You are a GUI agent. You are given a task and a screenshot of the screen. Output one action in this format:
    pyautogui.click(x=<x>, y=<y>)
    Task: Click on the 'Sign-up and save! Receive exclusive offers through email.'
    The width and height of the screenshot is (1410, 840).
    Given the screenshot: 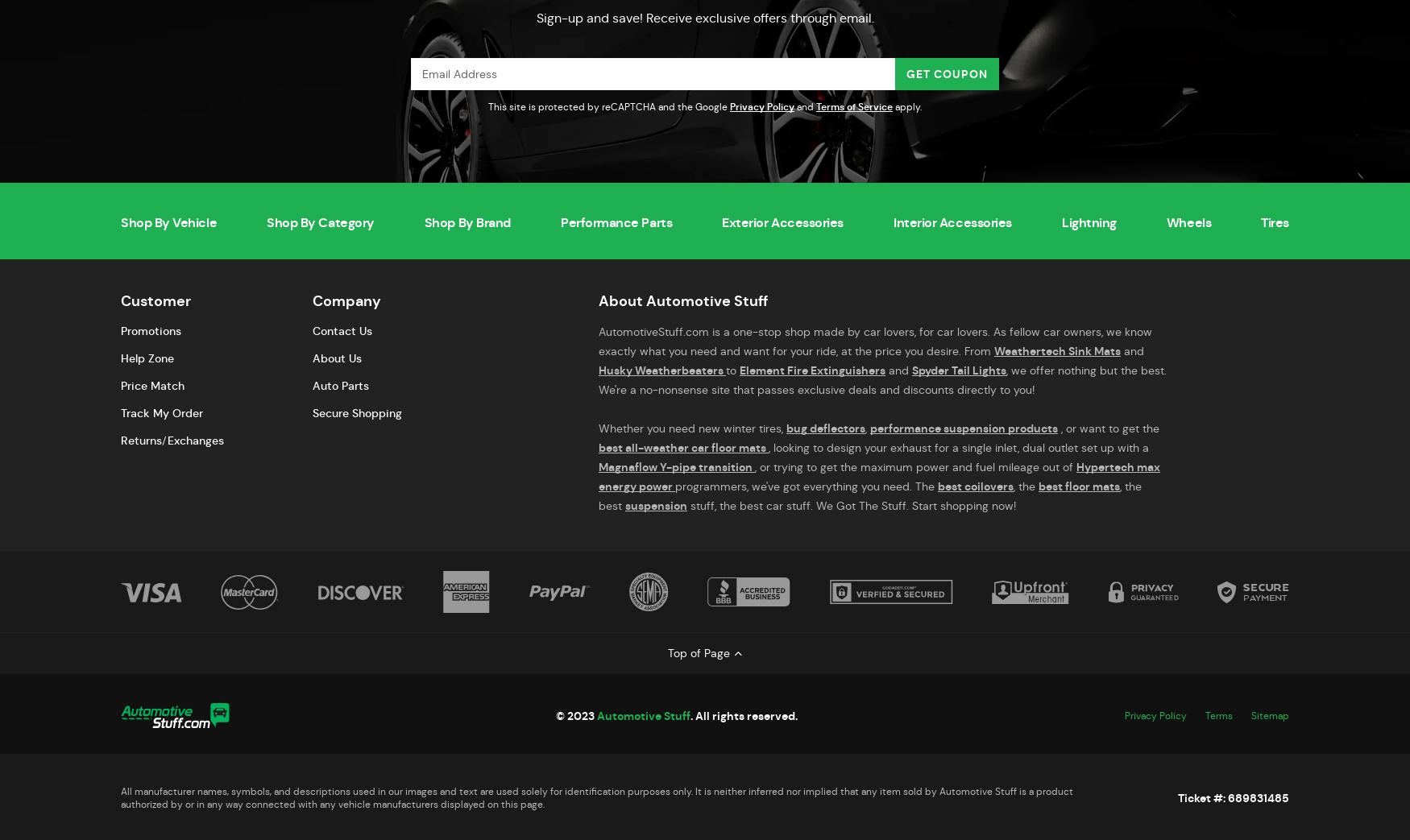 What is the action you would take?
    pyautogui.click(x=704, y=17)
    